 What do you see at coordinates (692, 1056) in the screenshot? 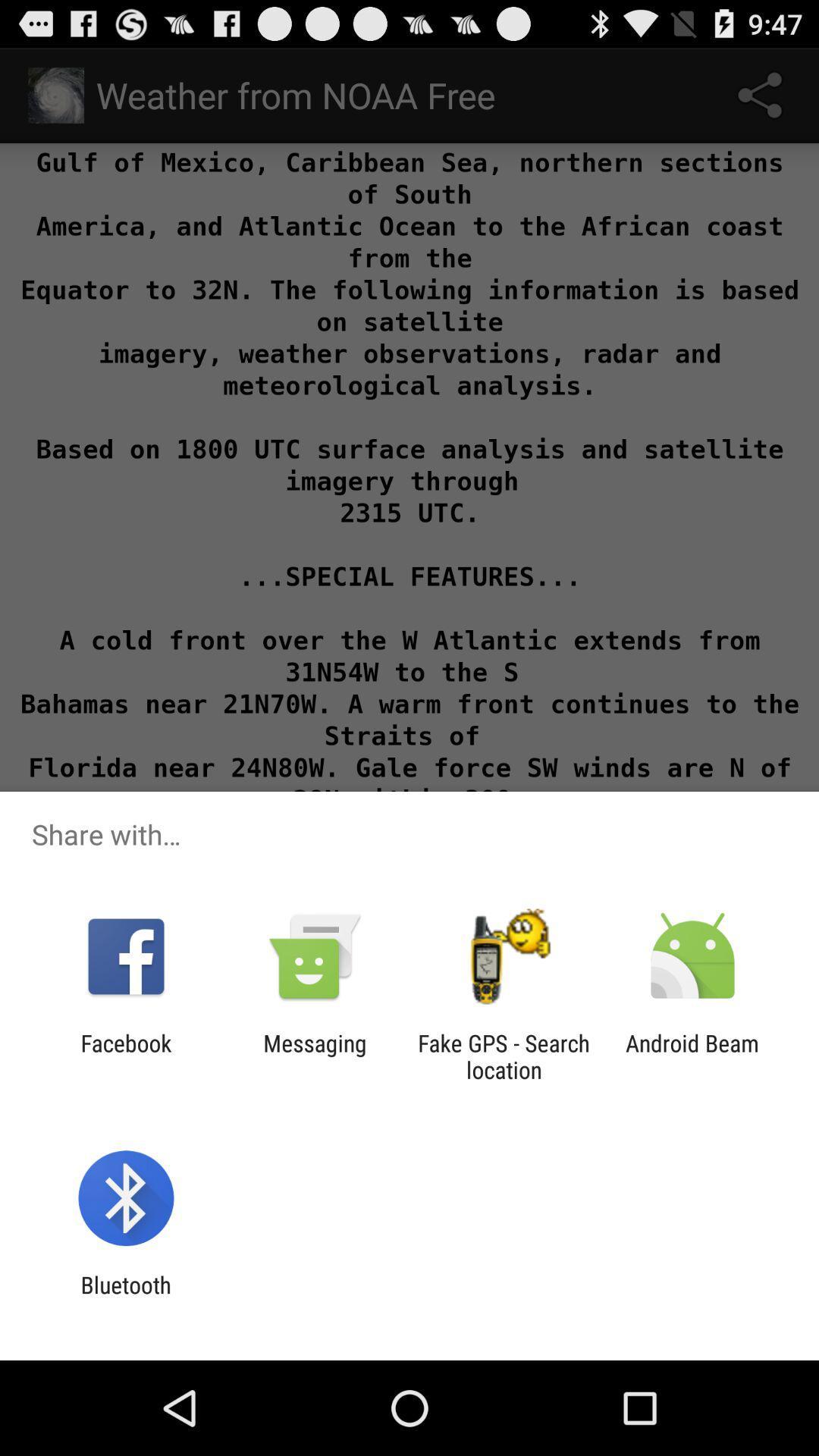
I see `the icon at the bottom right corner` at bounding box center [692, 1056].